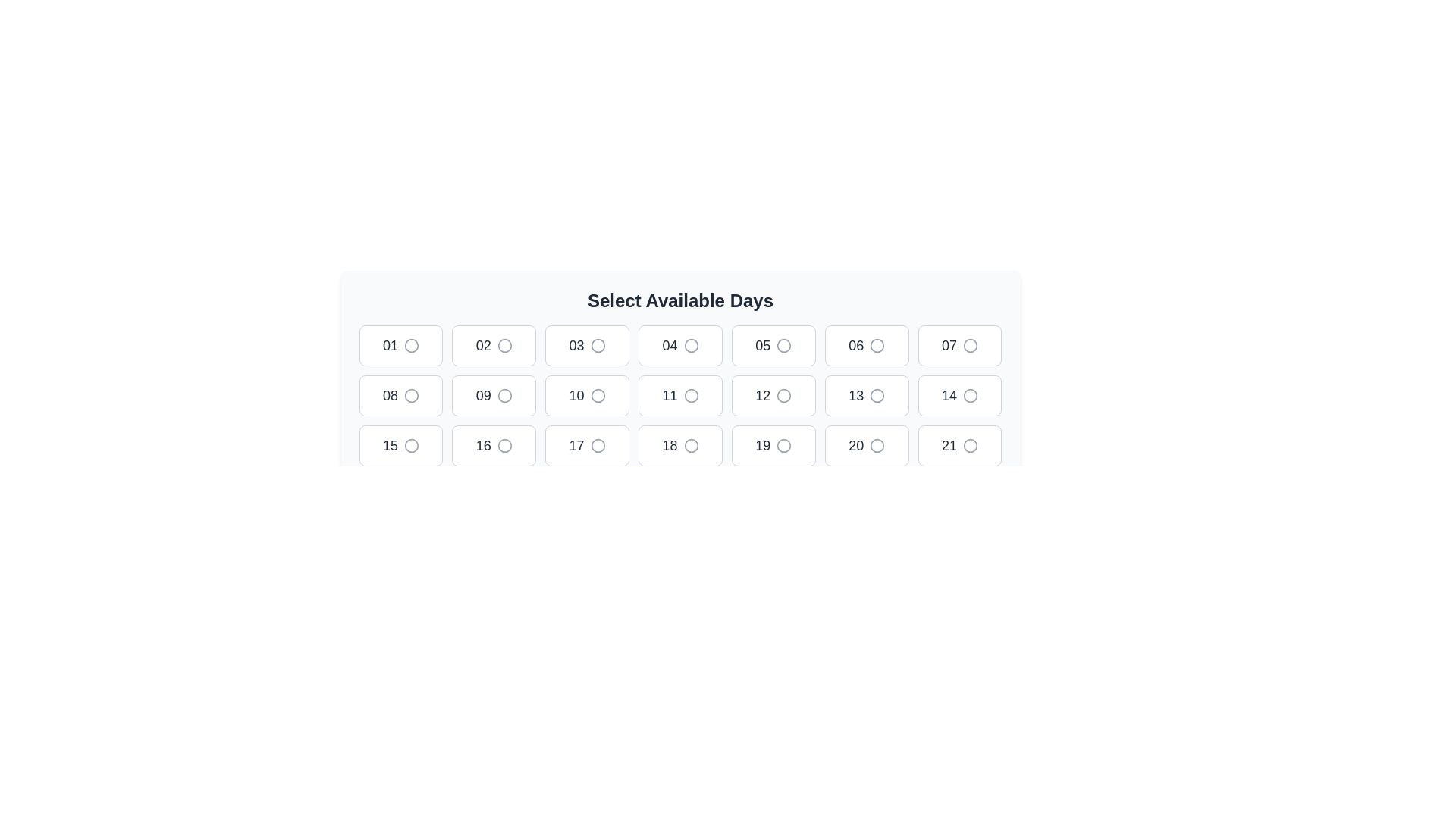 Image resolution: width=1456 pixels, height=819 pixels. I want to click on the radio button indicator for day 19 in the 'Select Available Days' interface, so click(784, 444).